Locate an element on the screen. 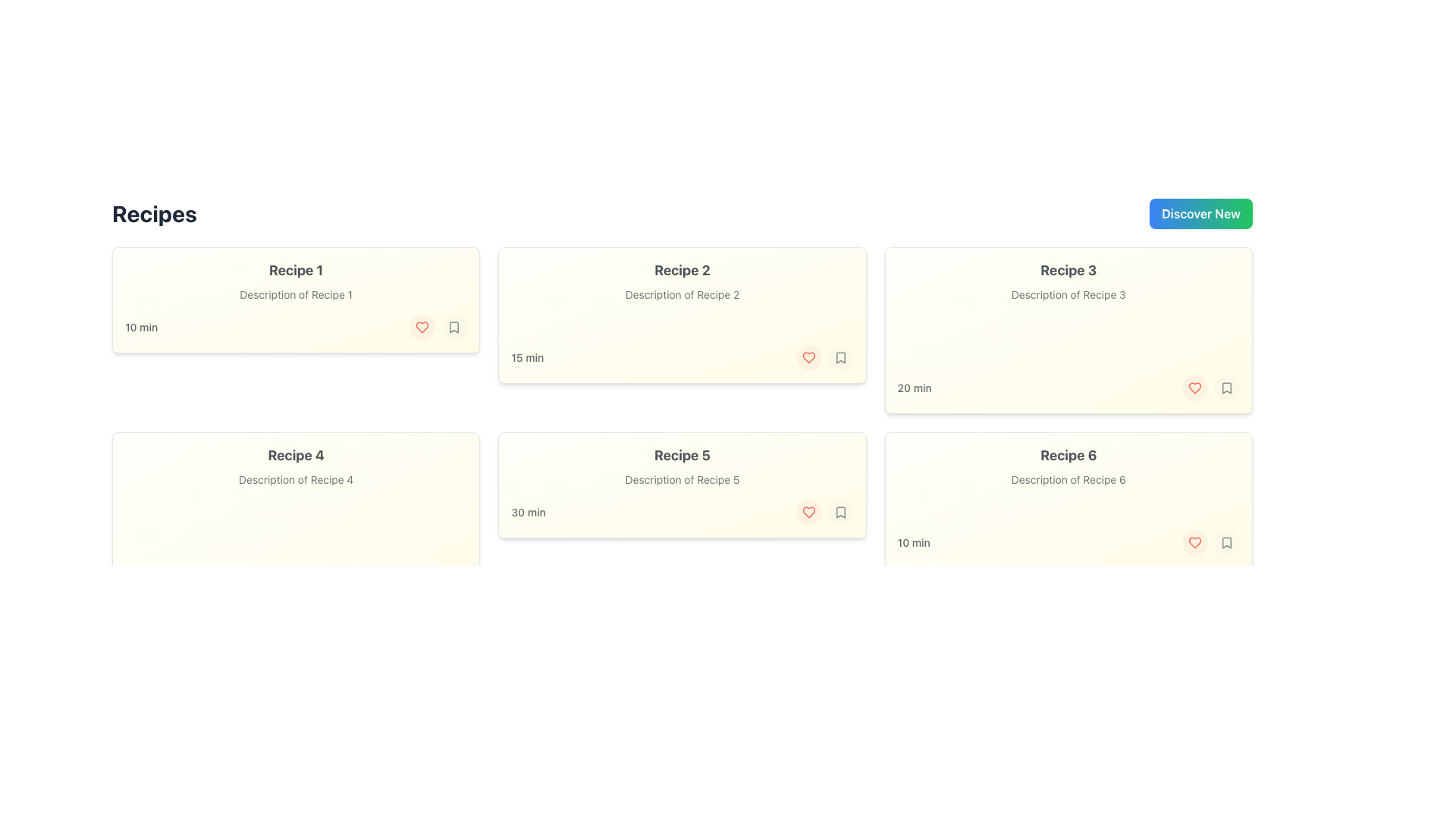 The width and height of the screenshot is (1456, 819). the decorative background overlay of the content card for 'Recipe 5', which is located in the second row of the grid layout is located at coordinates (681, 485).